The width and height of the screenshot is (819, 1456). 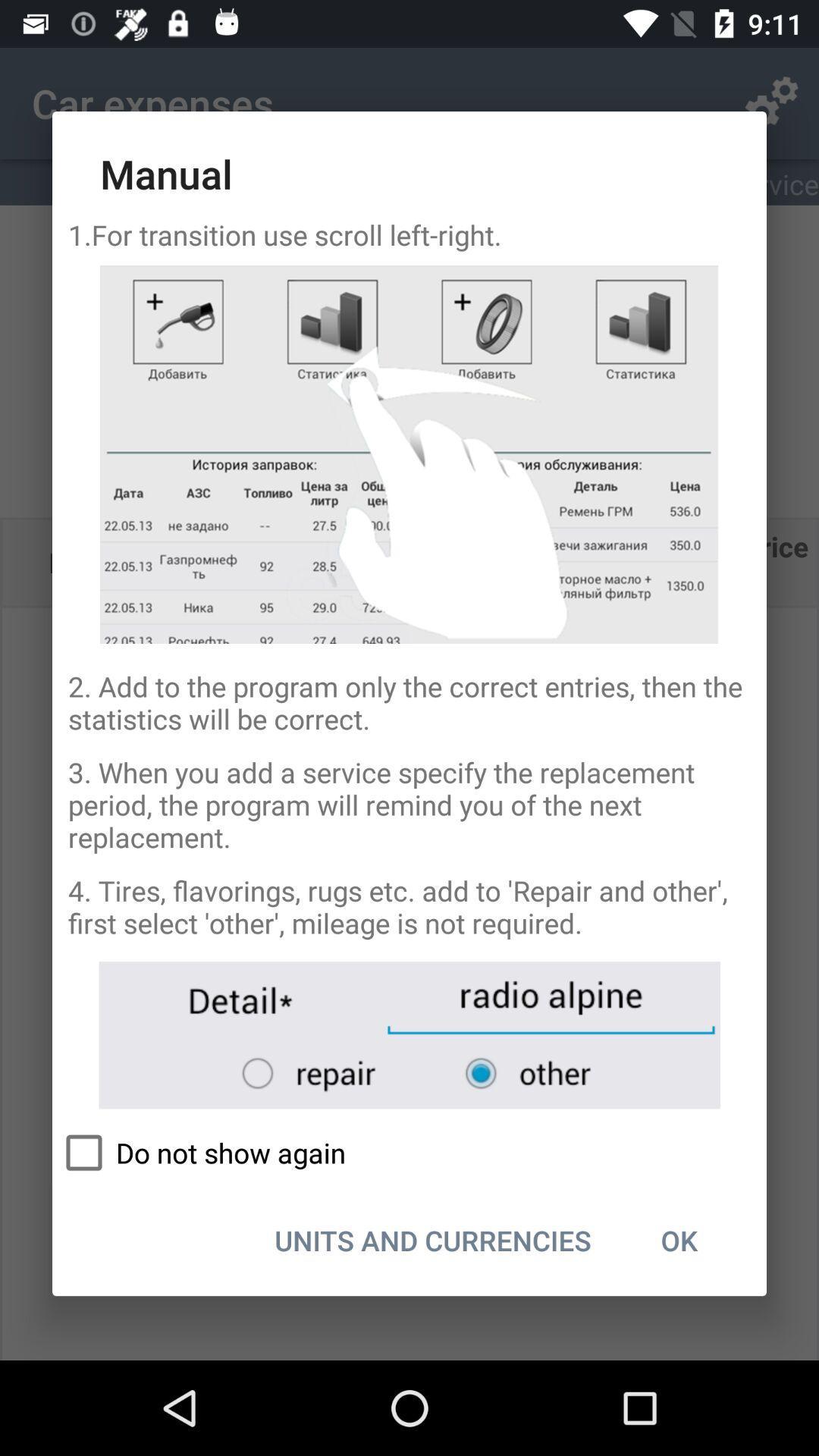 What do you see at coordinates (678, 1240) in the screenshot?
I see `the item below the do not show item` at bounding box center [678, 1240].